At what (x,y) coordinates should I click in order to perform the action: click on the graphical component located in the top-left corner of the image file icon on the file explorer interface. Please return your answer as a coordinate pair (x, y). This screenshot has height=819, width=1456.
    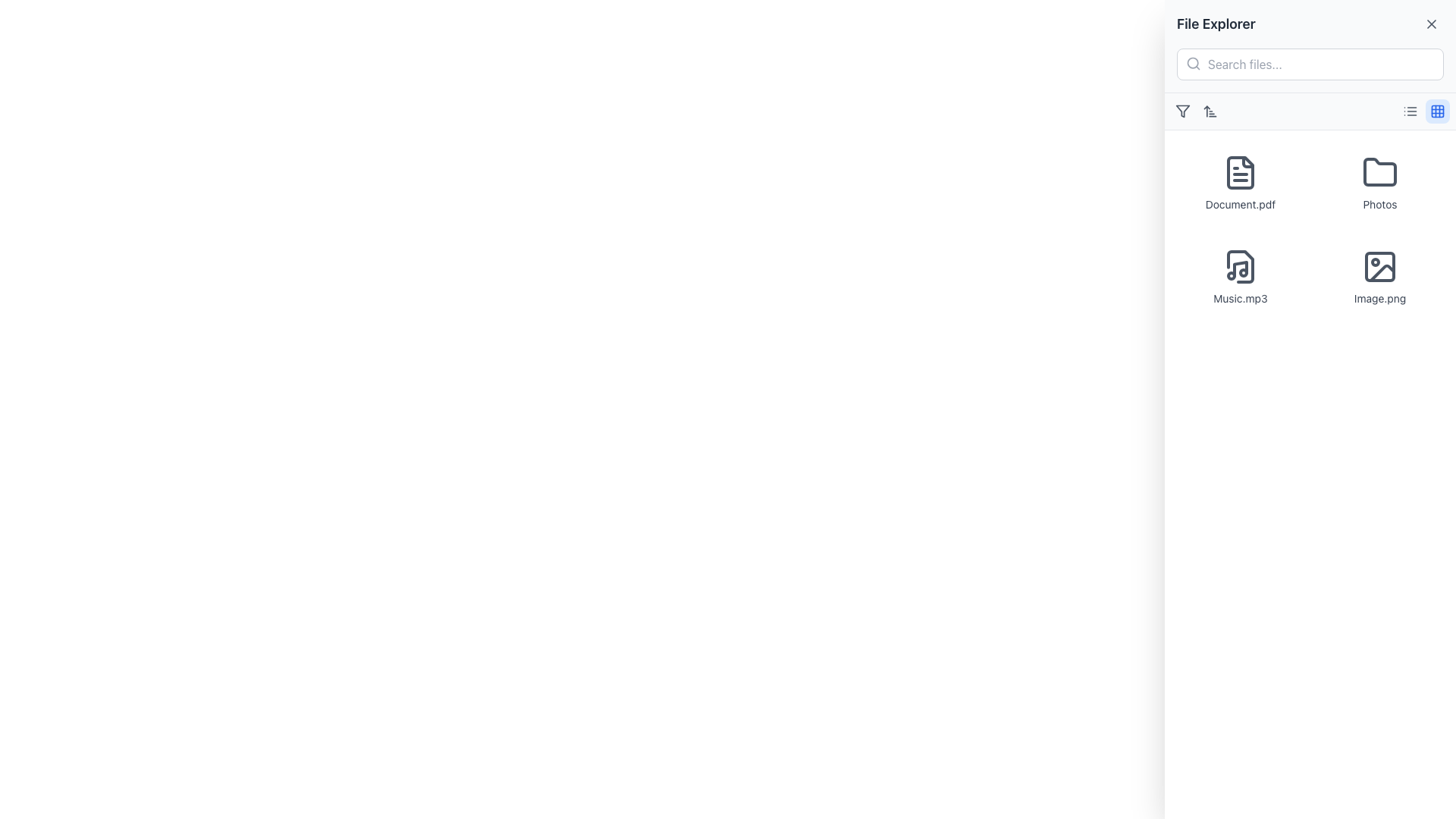
    Looking at the image, I should click on (1379, 265).